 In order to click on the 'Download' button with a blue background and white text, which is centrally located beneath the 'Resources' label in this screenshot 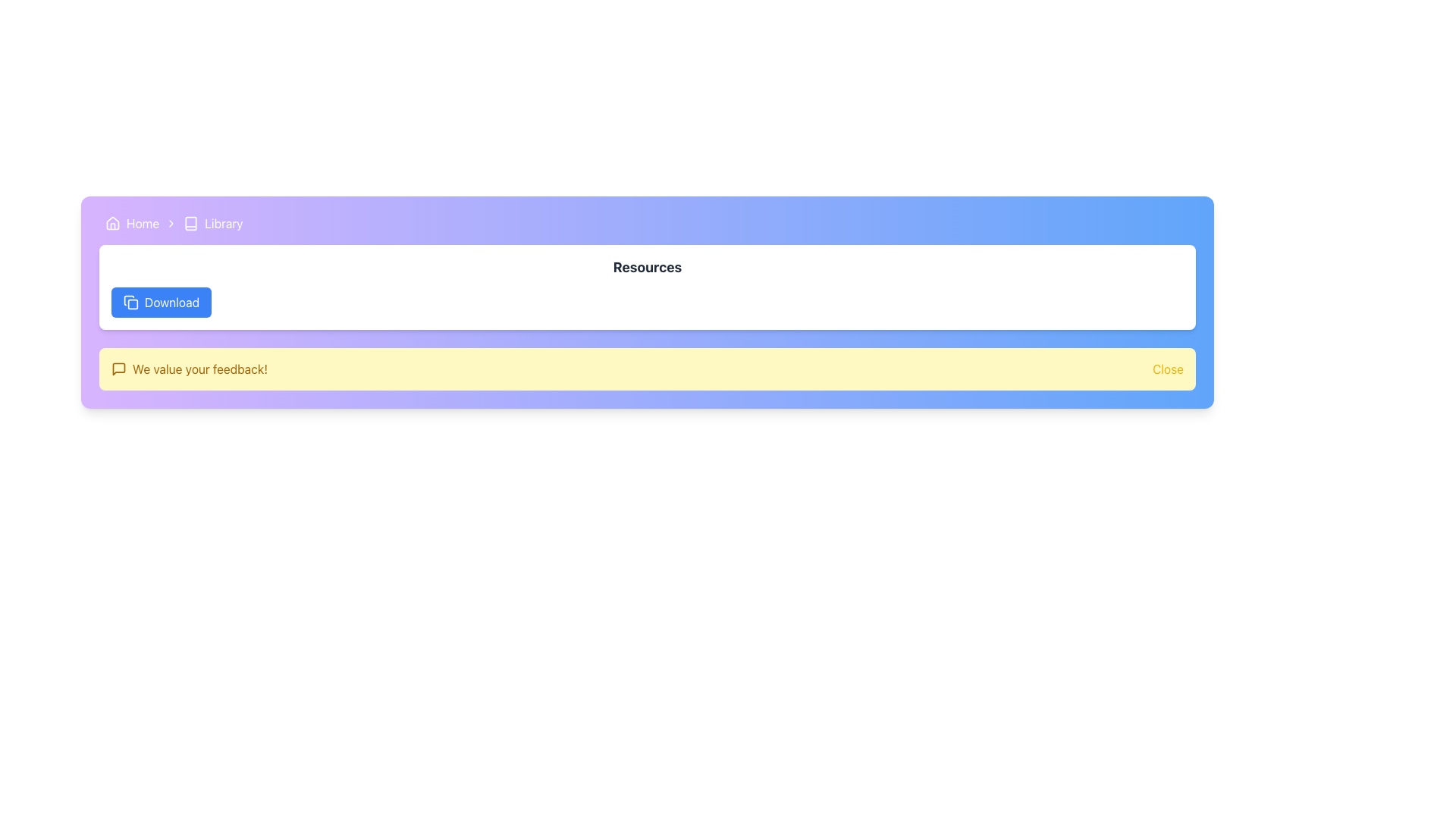, I will do `click(162, 302)`.